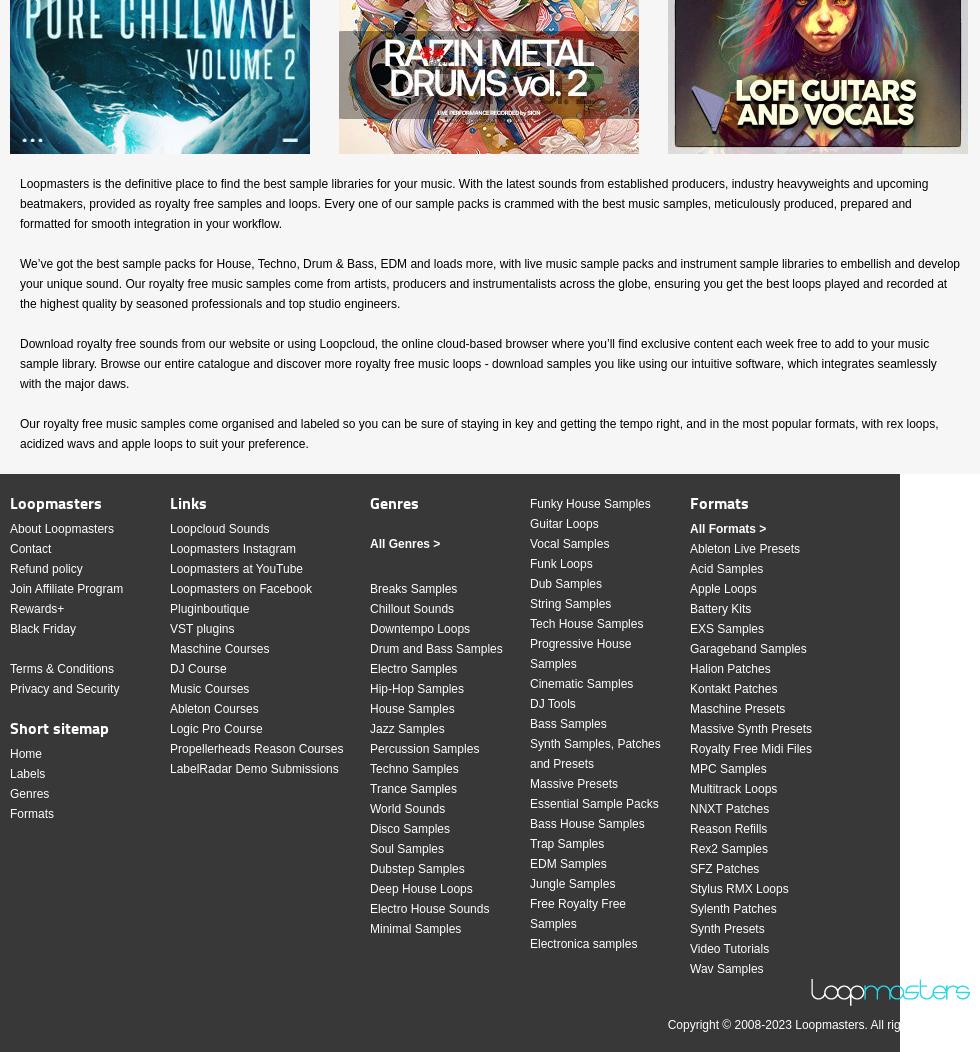 Image resolution: width=980 pixels, height=1052 pixels. Describe the element at coordinates (61, 529) in the screenshot. I see `'About Loopmasters'` at that location.